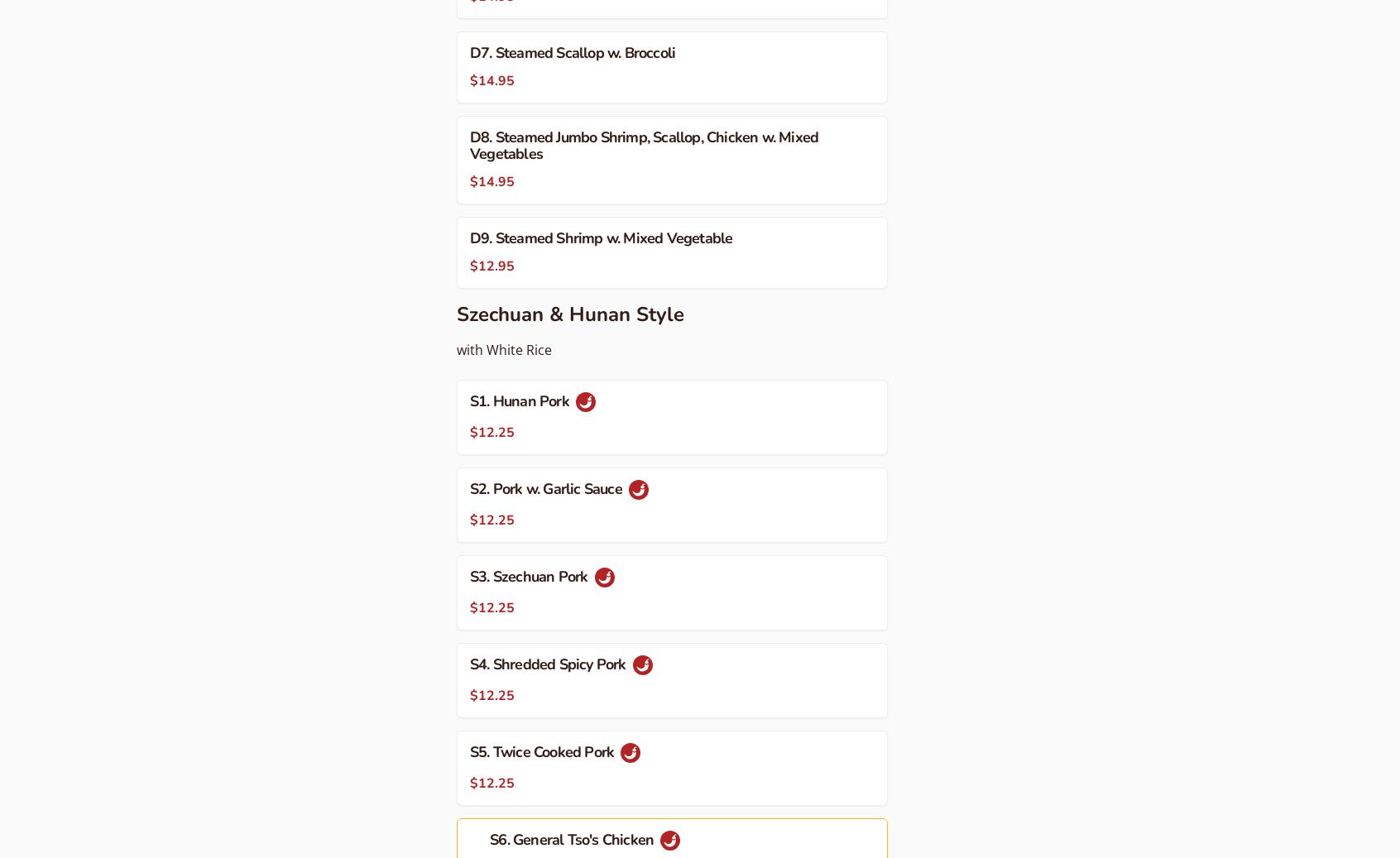  What do you see at coordinates (469, 750) in the screenshot?
I see `'S5. Twice Cooked Pork'` at bounding box center [469, 750].